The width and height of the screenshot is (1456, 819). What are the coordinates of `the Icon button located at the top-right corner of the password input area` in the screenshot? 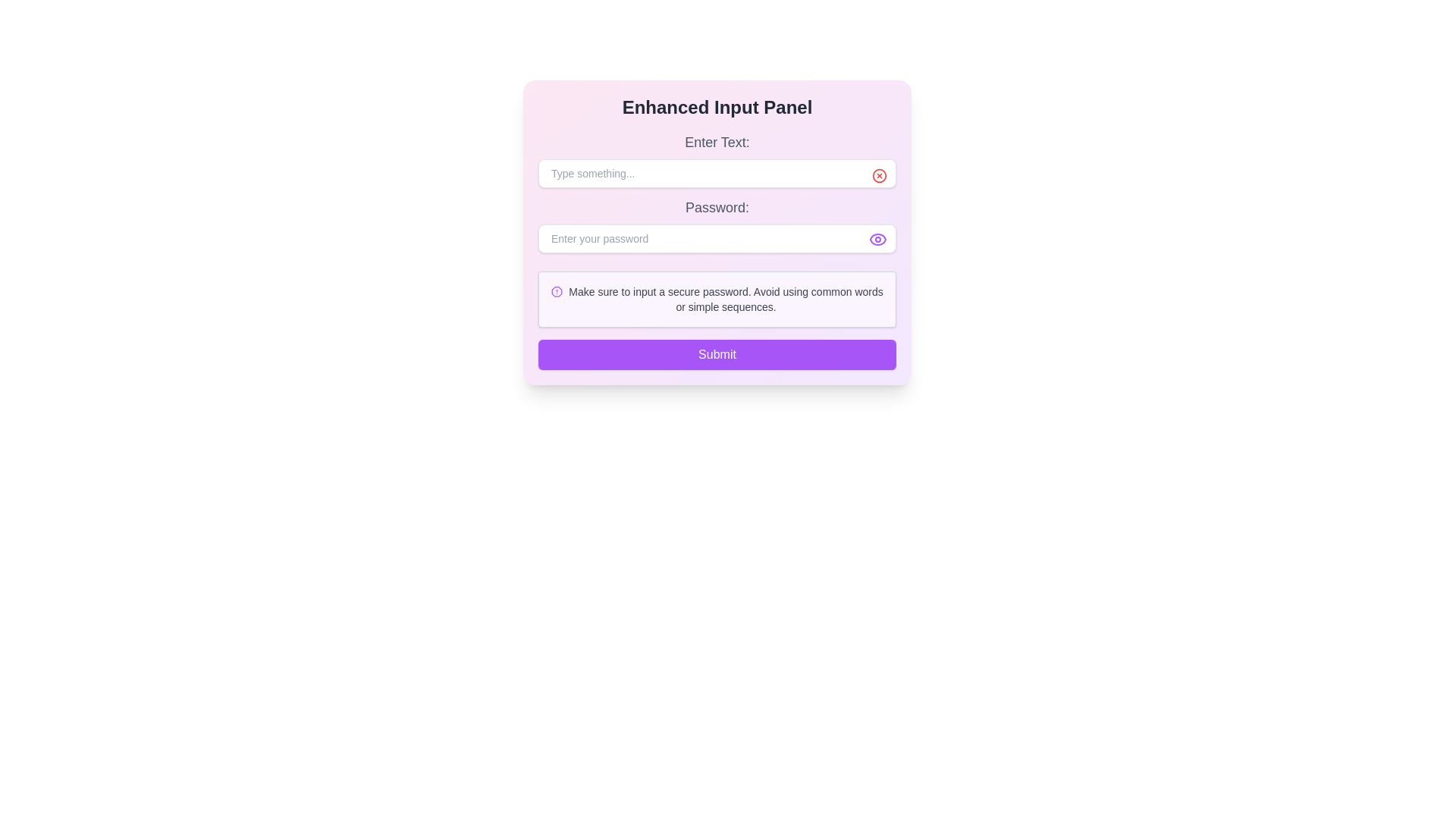 It's located at (877, 239).